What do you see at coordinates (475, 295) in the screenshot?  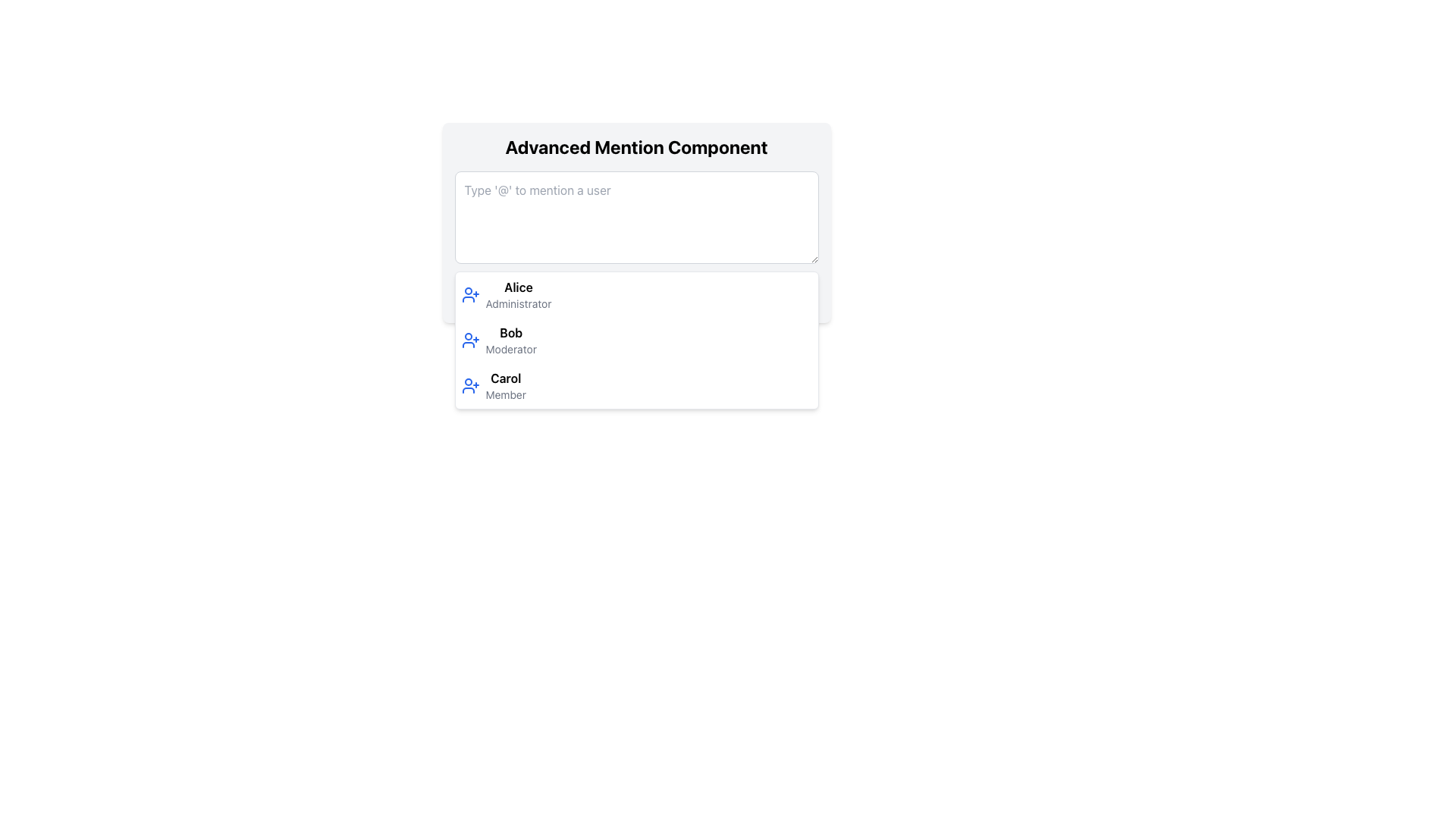 I see `the graphic icon representing the user suggestion item labeled 'Alice' in the dropdown list` at bounding box center [475, 295].